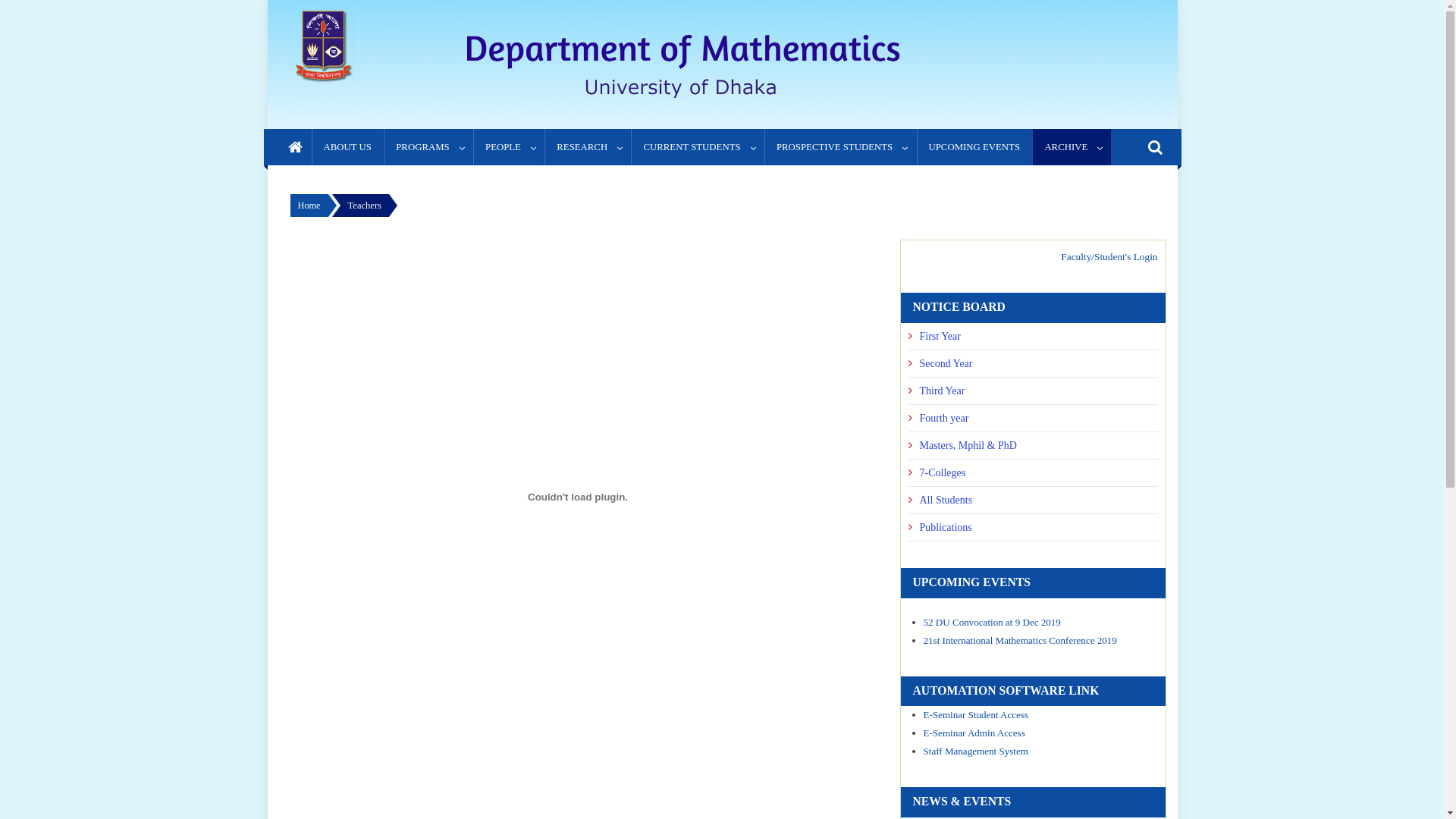 This screenshot has height=819, width=1456. I want to click on 'E-Seminar Admin Access', so click(974, 732).